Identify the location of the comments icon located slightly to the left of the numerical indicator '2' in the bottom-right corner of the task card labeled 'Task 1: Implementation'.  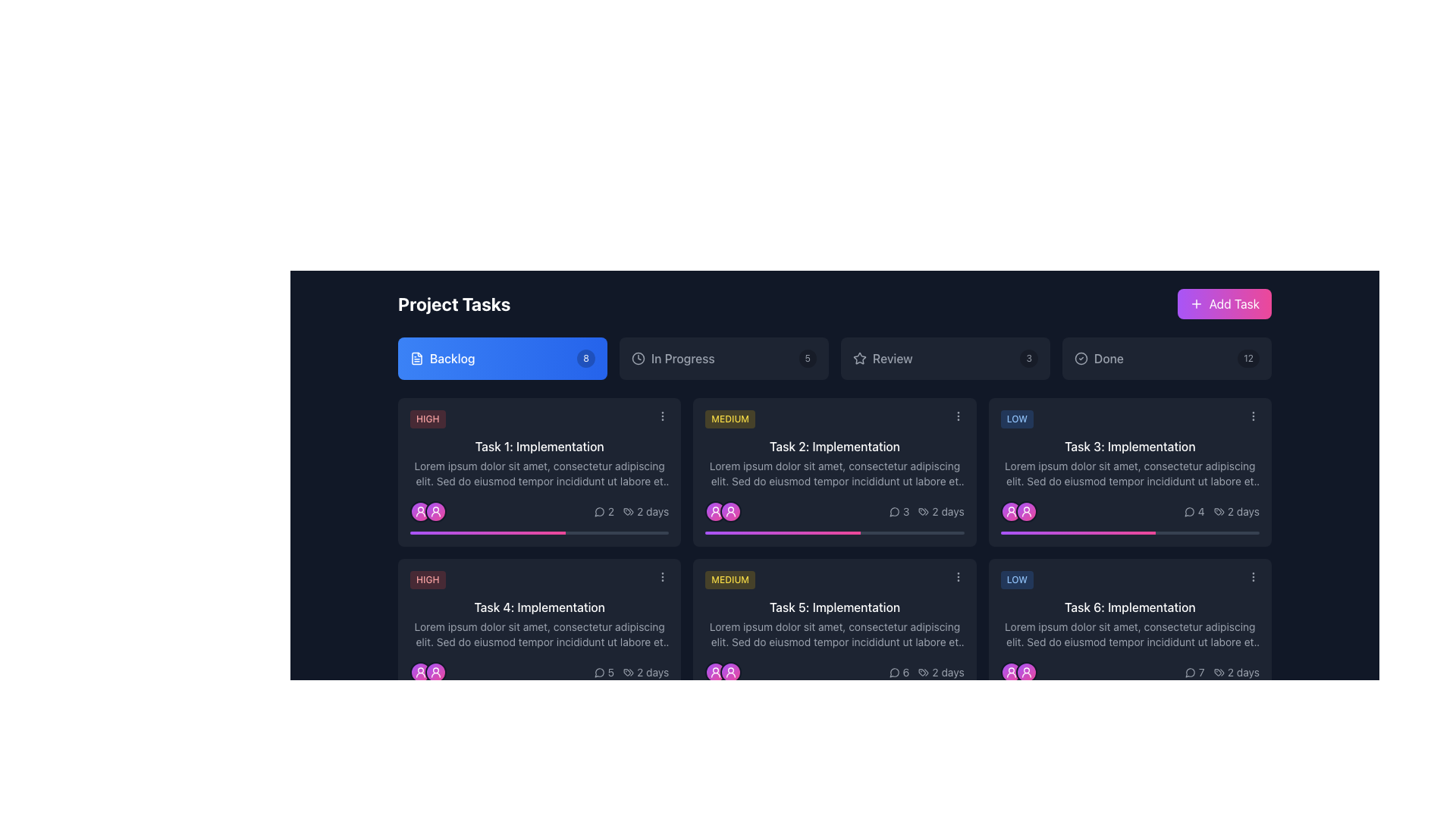
(598, 512).